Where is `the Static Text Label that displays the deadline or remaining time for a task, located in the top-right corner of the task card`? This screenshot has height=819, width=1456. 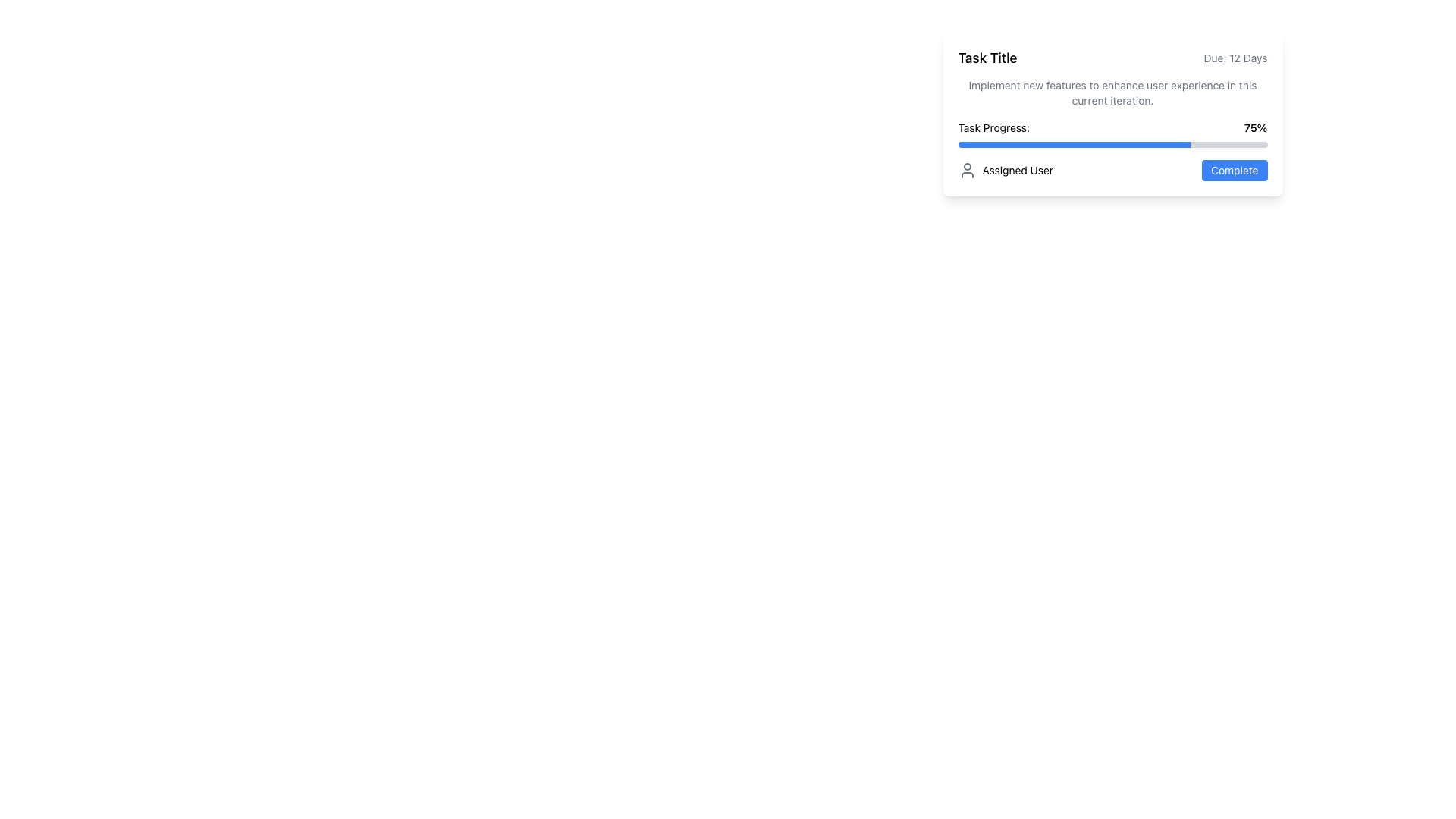
the Static Text Label that displays the deadline or remaining time for a task, located in the top-right corner of the task card is located at coordinates (1235, 58).